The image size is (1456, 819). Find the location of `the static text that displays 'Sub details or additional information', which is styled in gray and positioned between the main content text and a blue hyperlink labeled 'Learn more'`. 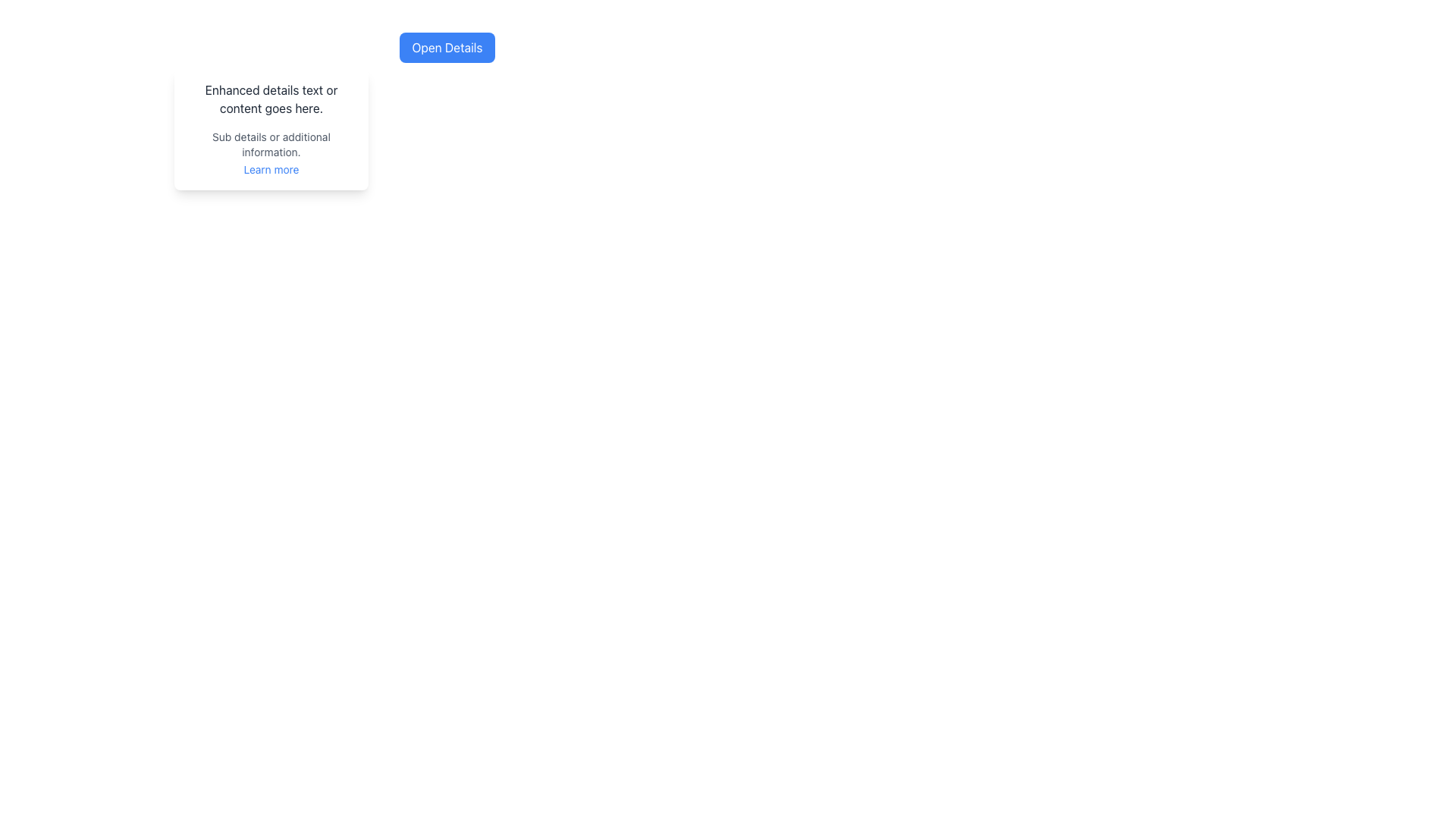

the static text that displays 'Sub details or additional information', which is styled in gray and positioned between the main content text and a blue hyperlink labeled 'Learn more' is located at coordinates (271, 145).